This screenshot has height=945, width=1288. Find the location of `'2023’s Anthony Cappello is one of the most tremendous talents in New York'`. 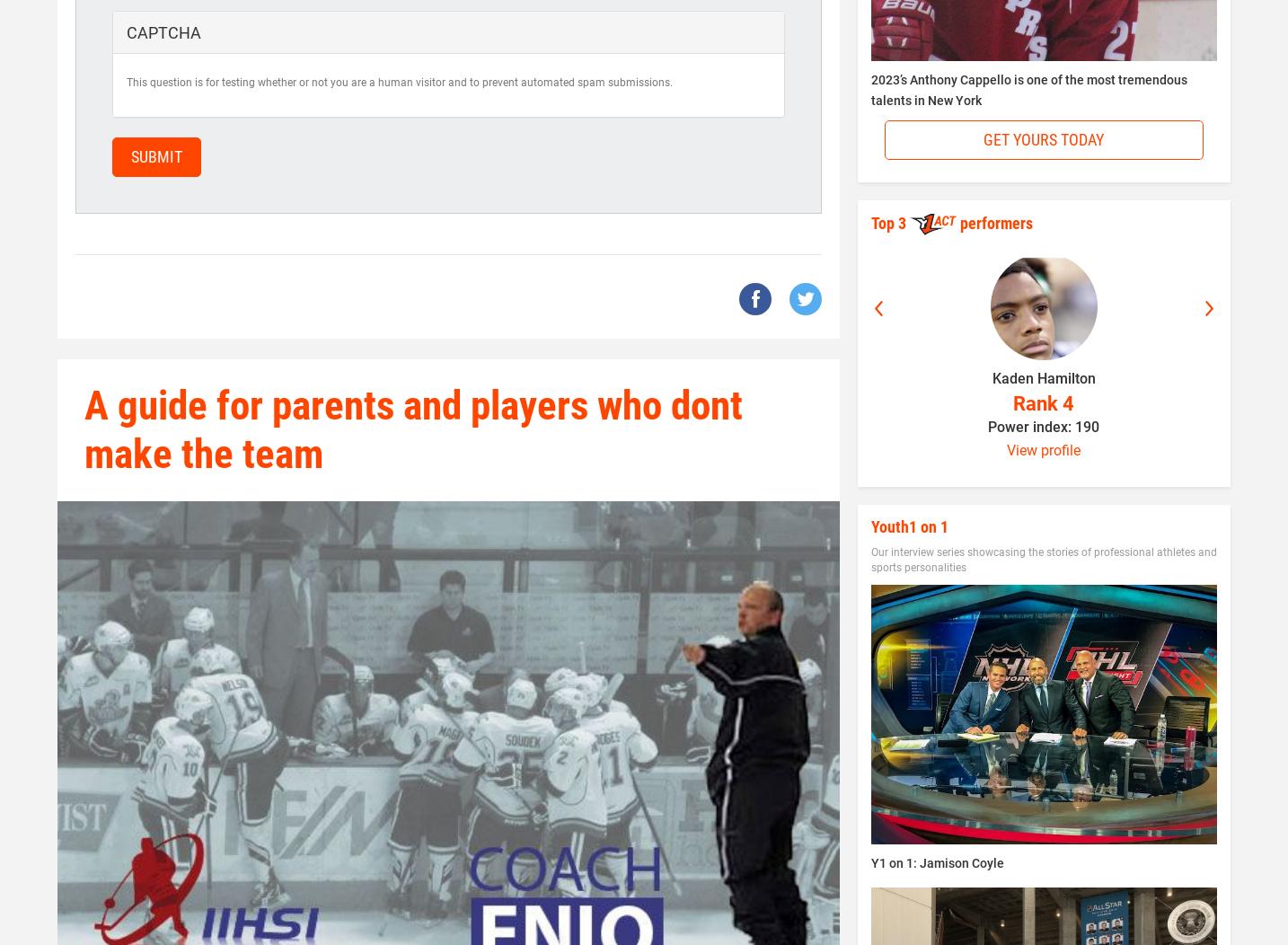

'2023’s Anthony Cappello is one of the most tremendous talents in New York' is located at coordinates (1028, 90).